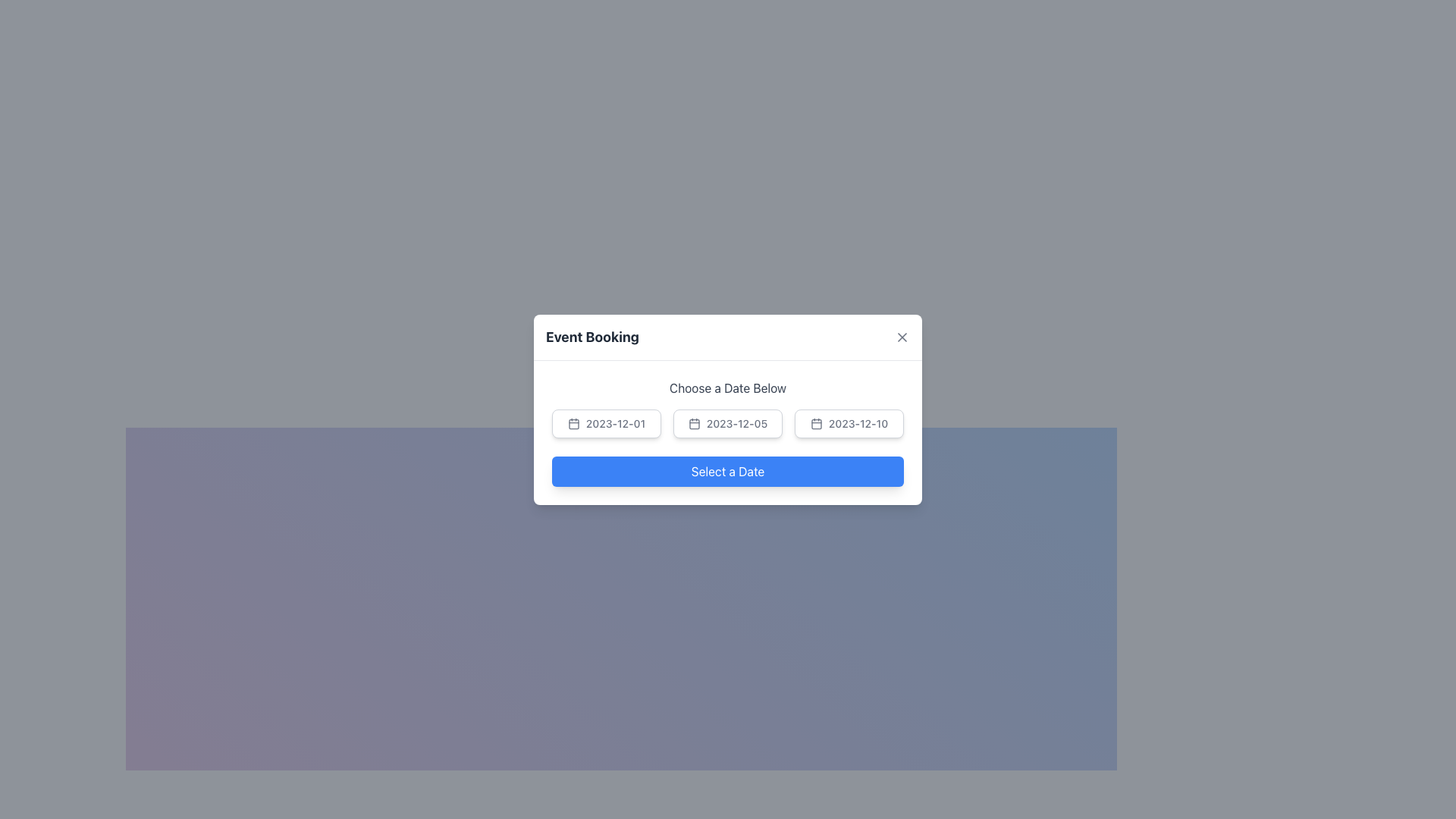 The image size is (1456, 819). Describe the element at coordinates (693, 423) in the screenshot. I see `the calendar icon within the button that contains the date '2023-12-05', which is part of the middle button in a horizontally aligned series of buttons in a modal dialog` at that location.